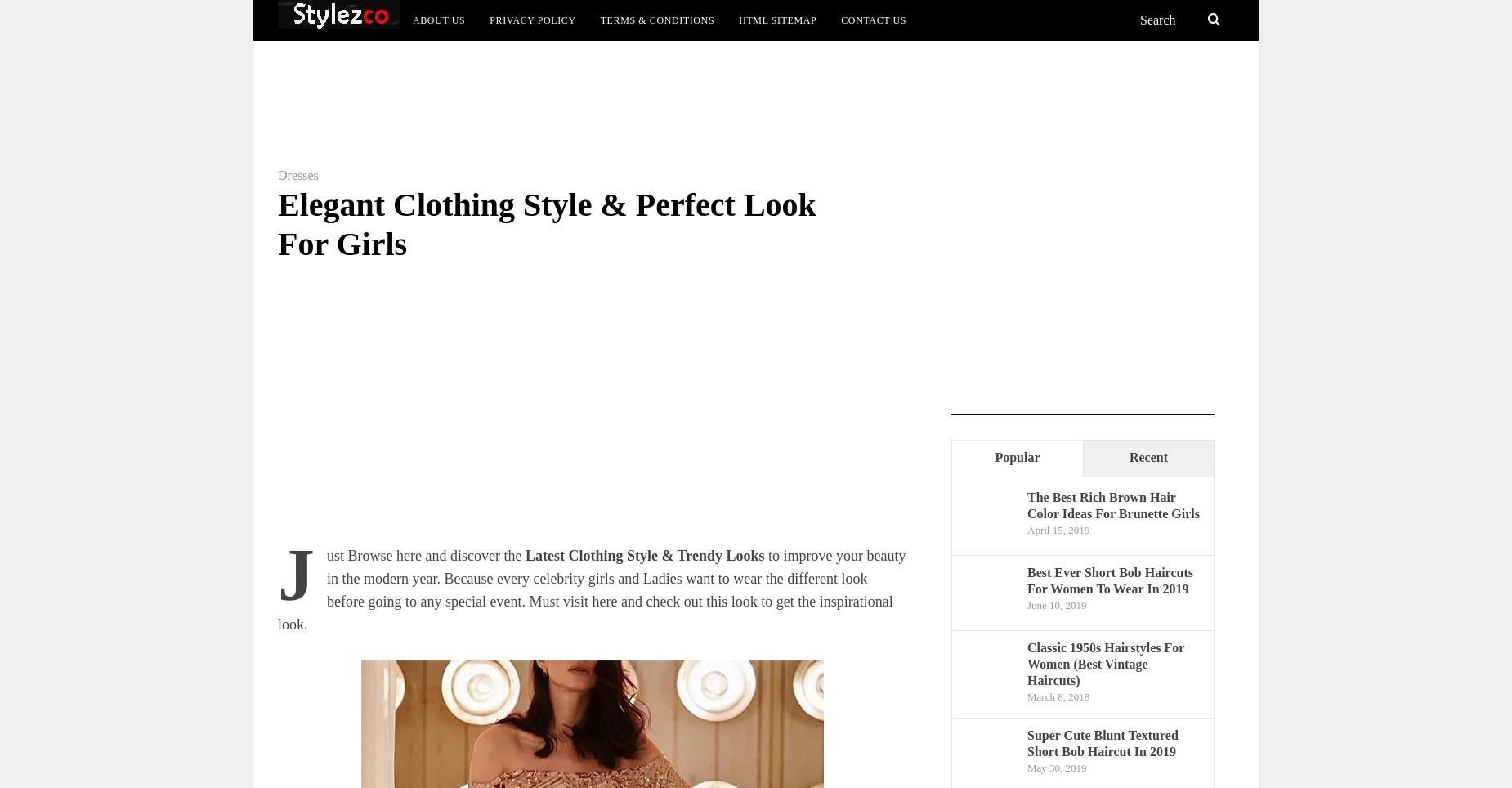  What do you see at coordinates (592, 590) in the screenshot?
I see `'to improve your beauty in the modern year. Because every celebrity girls and Ladies want to wear the different look before going to any special event. Must visit here and check out this look to get the inspirational look.'` at bounding box center [592, 590].